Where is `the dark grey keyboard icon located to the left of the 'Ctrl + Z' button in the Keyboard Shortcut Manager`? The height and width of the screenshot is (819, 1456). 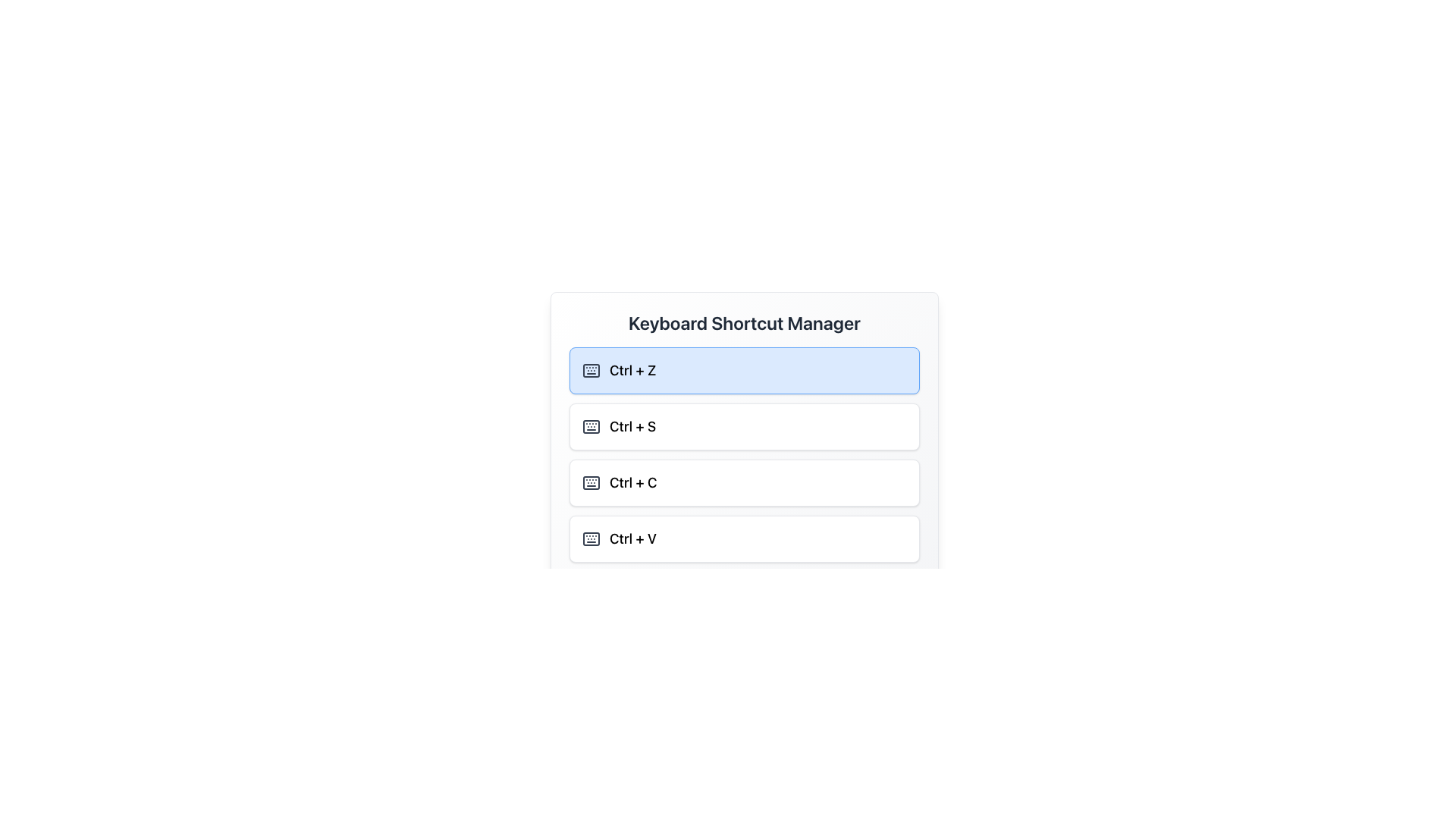
the dark grey keyboard icon located to the left of the 'Ctrl + Z' button in the Keyboard Shortcut Manager is located at coordinates (590, 371).